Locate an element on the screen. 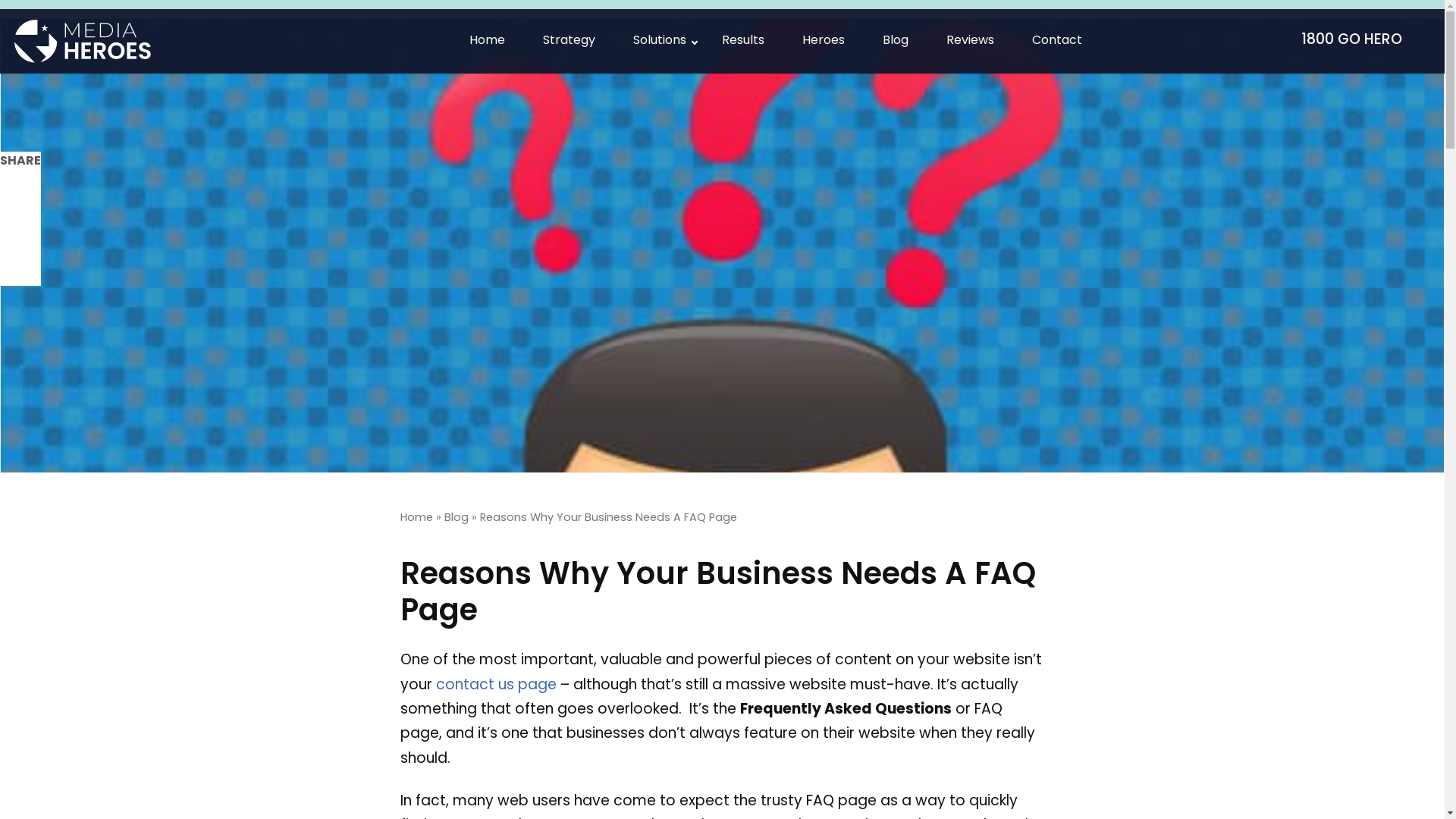  'Contact' is located at coordinates (1012, 40).